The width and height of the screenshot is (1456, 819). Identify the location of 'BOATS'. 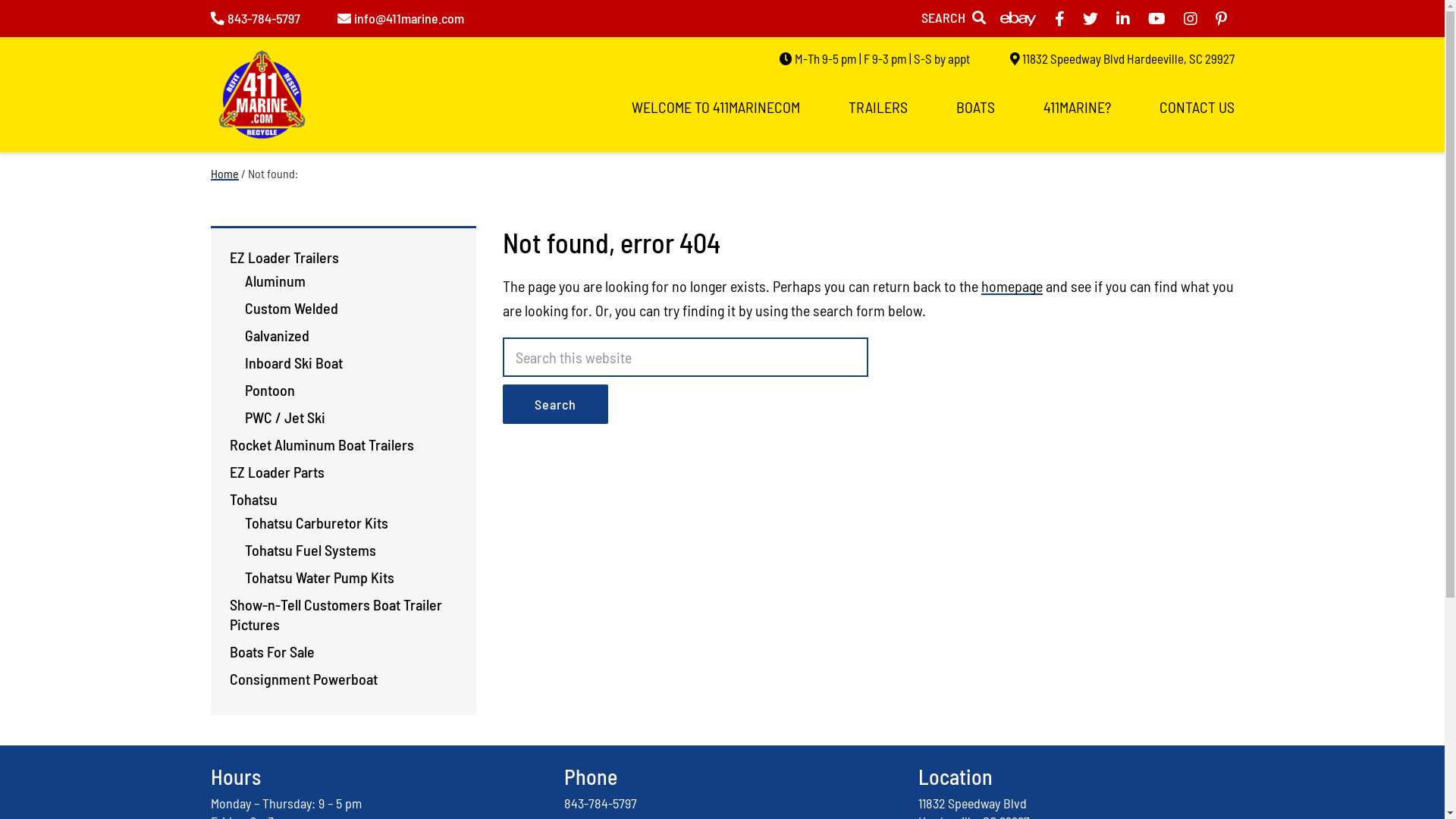
(974, 106).